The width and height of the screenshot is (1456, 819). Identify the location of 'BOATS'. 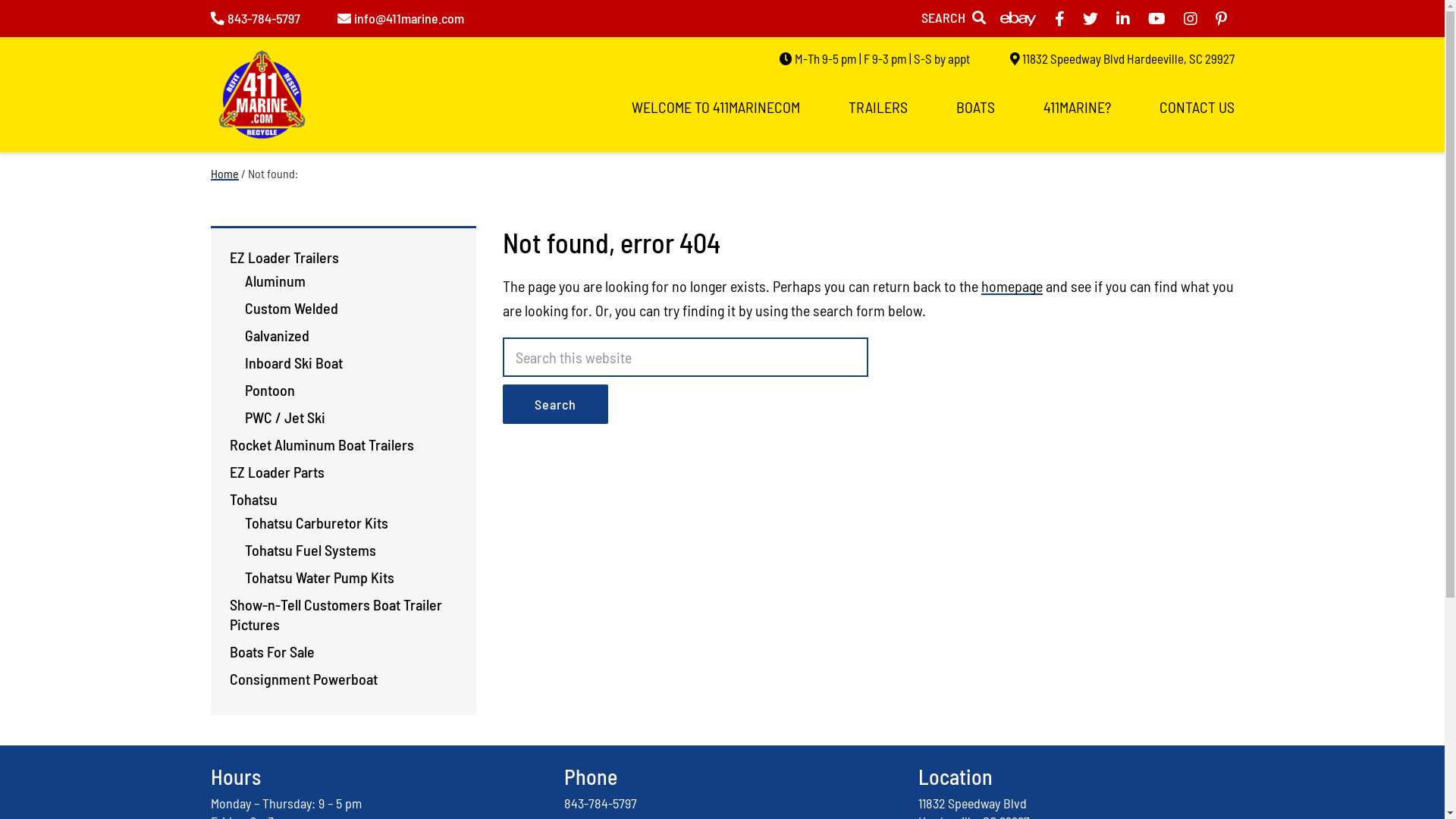
(974, 106).